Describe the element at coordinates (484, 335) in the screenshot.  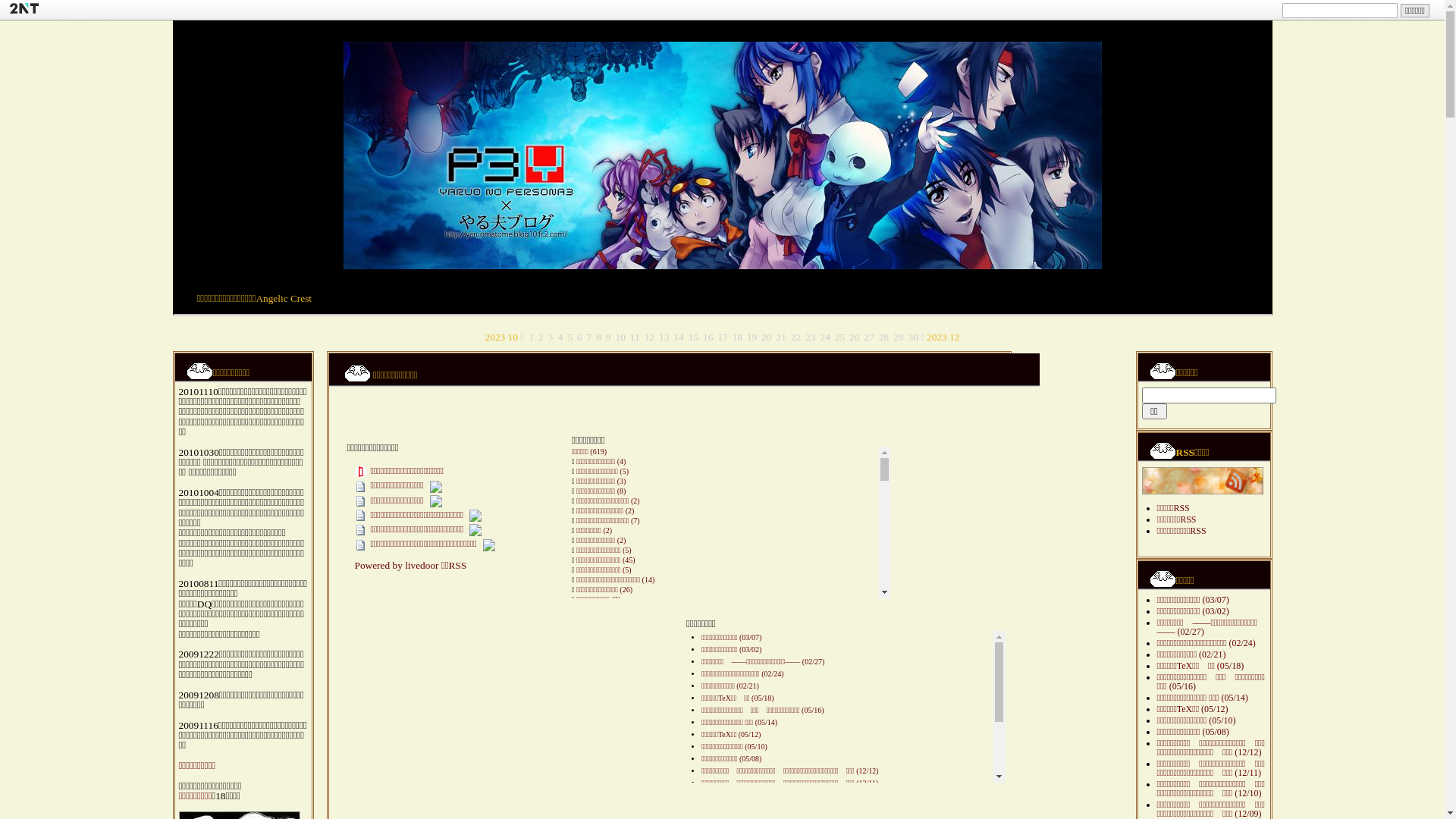
I see `'2023 10'` at that location.